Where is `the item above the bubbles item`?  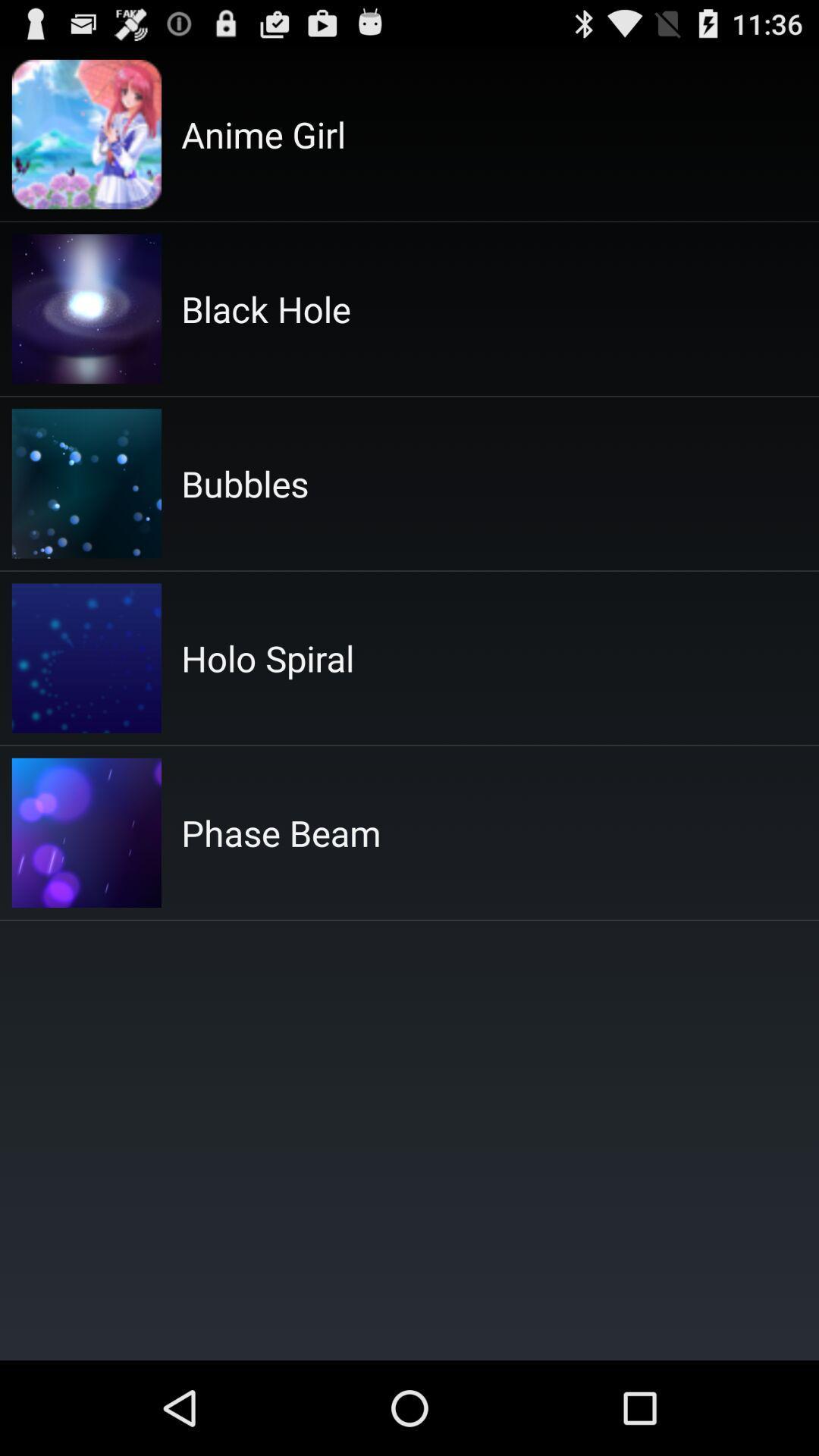 the item above the bubbles item is located at coordinates (265, 308).